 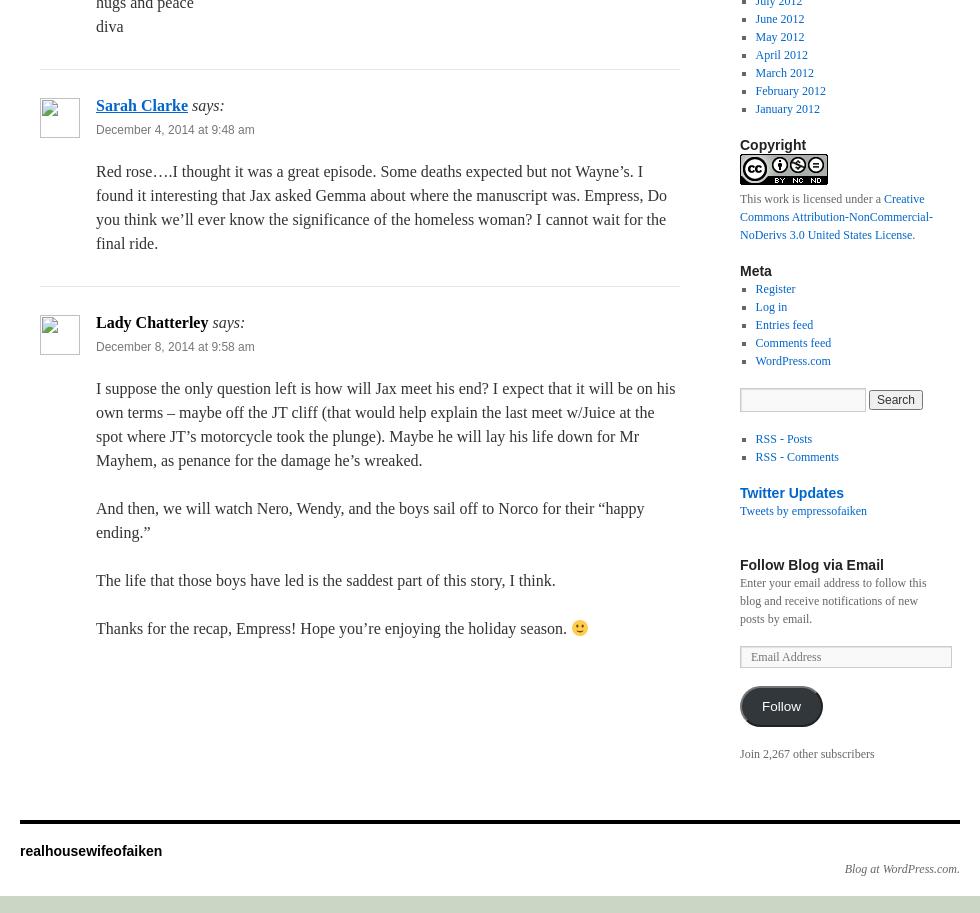 What do you see at coordinates (175, 129) in the screenshot?
I see `'December 4, 2014 at 9:48 am'` at bounding box center [175, 129].